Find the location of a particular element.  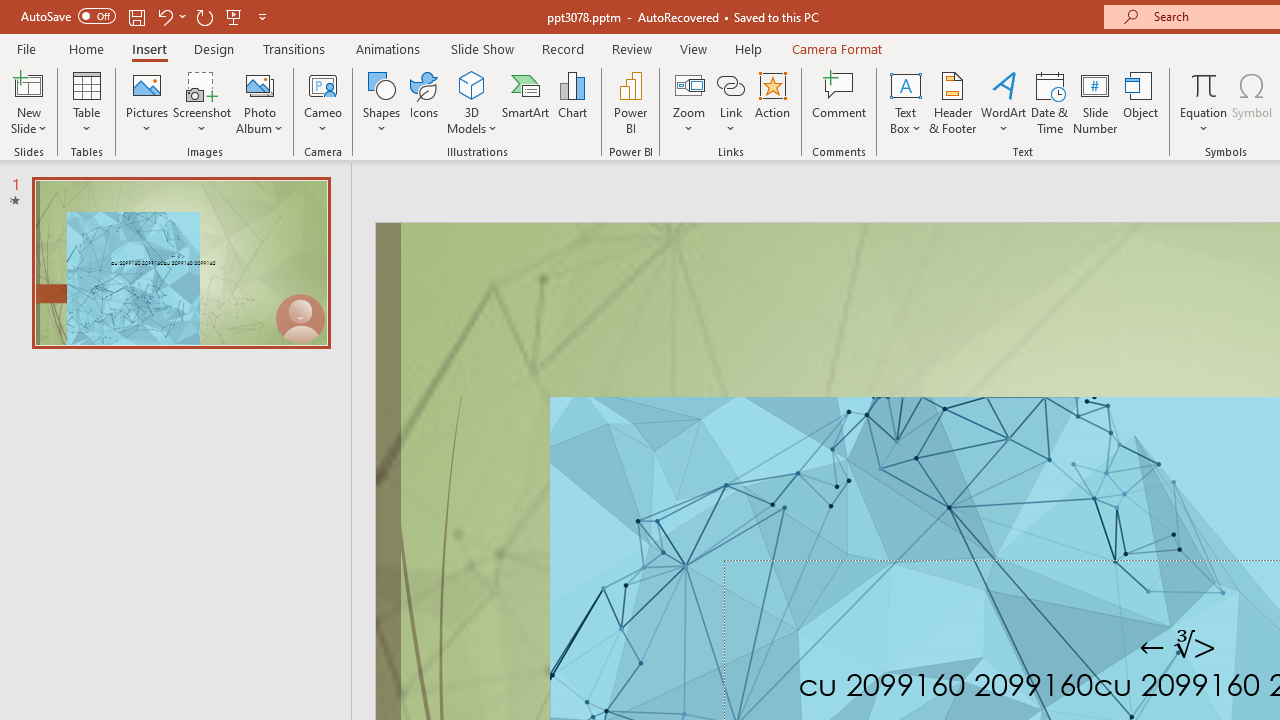

'Chart...' is located at coordinates (571, 103).